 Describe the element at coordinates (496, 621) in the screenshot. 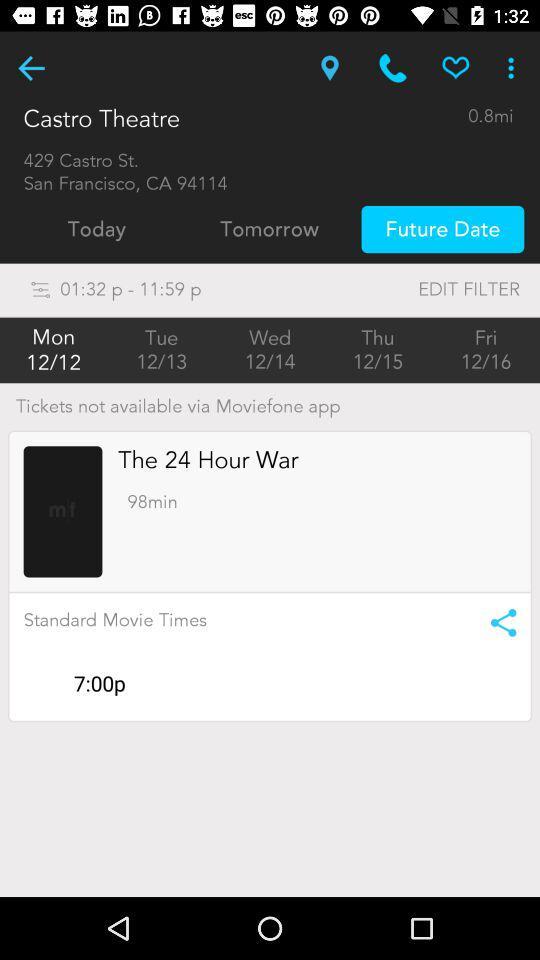

I see `the item below the fri` at that location.